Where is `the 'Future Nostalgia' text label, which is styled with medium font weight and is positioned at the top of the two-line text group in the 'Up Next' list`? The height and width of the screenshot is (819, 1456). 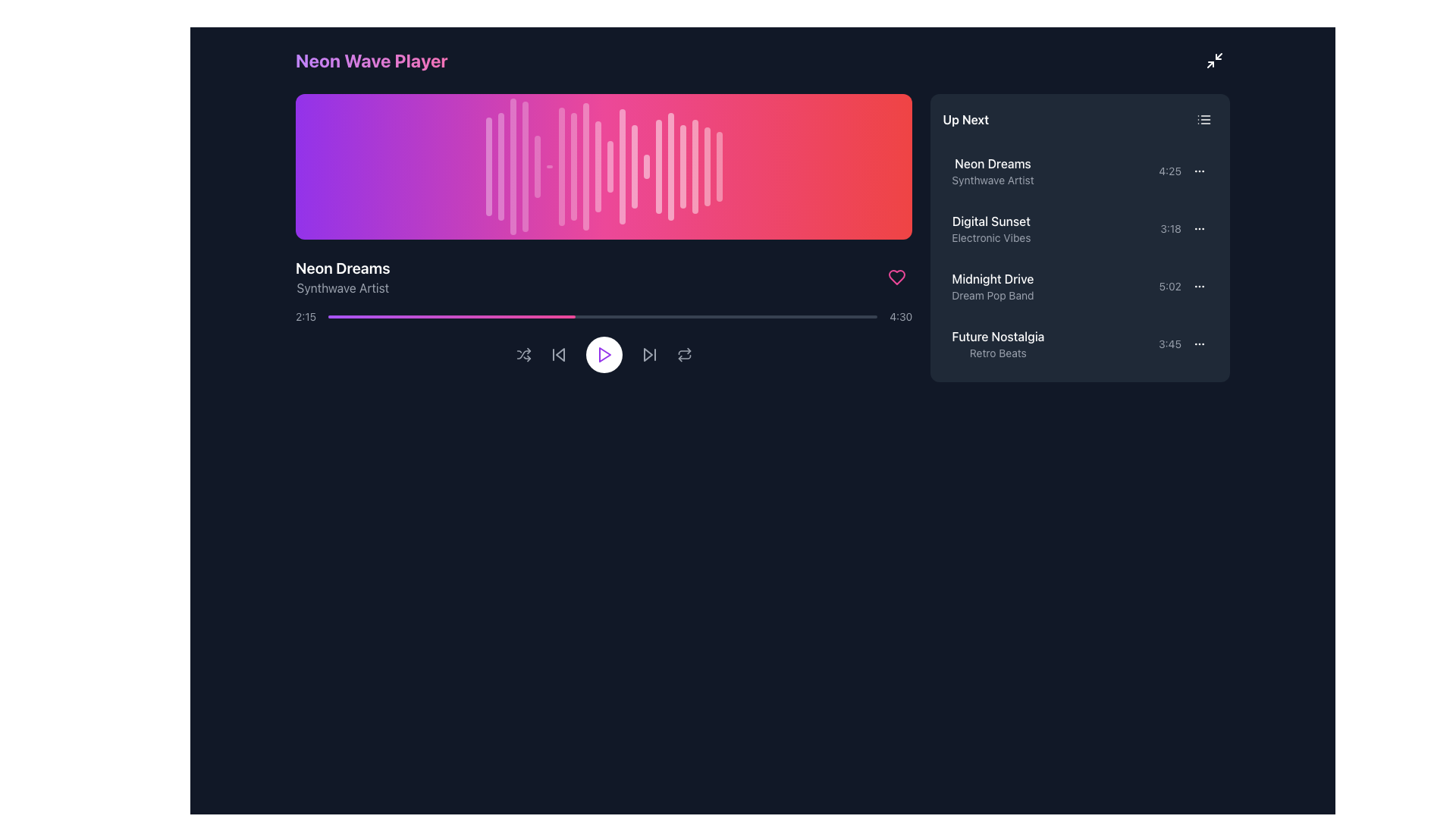 the 'Future Nostalgia' text label, which is styled with medium font weight and is positioned at the top of the two-line text group in the 'Up Next' list is located at coordinates (998, 335).